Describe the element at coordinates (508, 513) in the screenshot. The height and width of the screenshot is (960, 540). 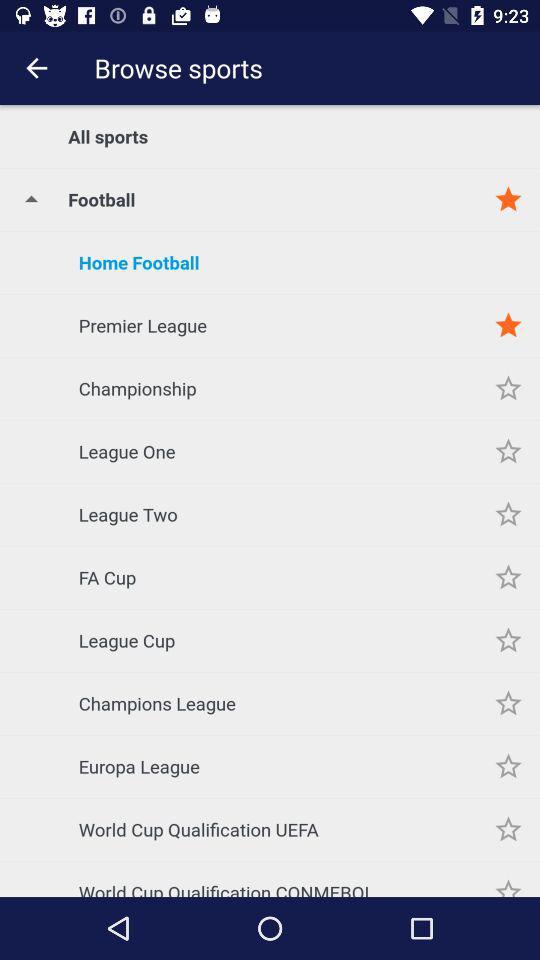
I see `this` at that location.